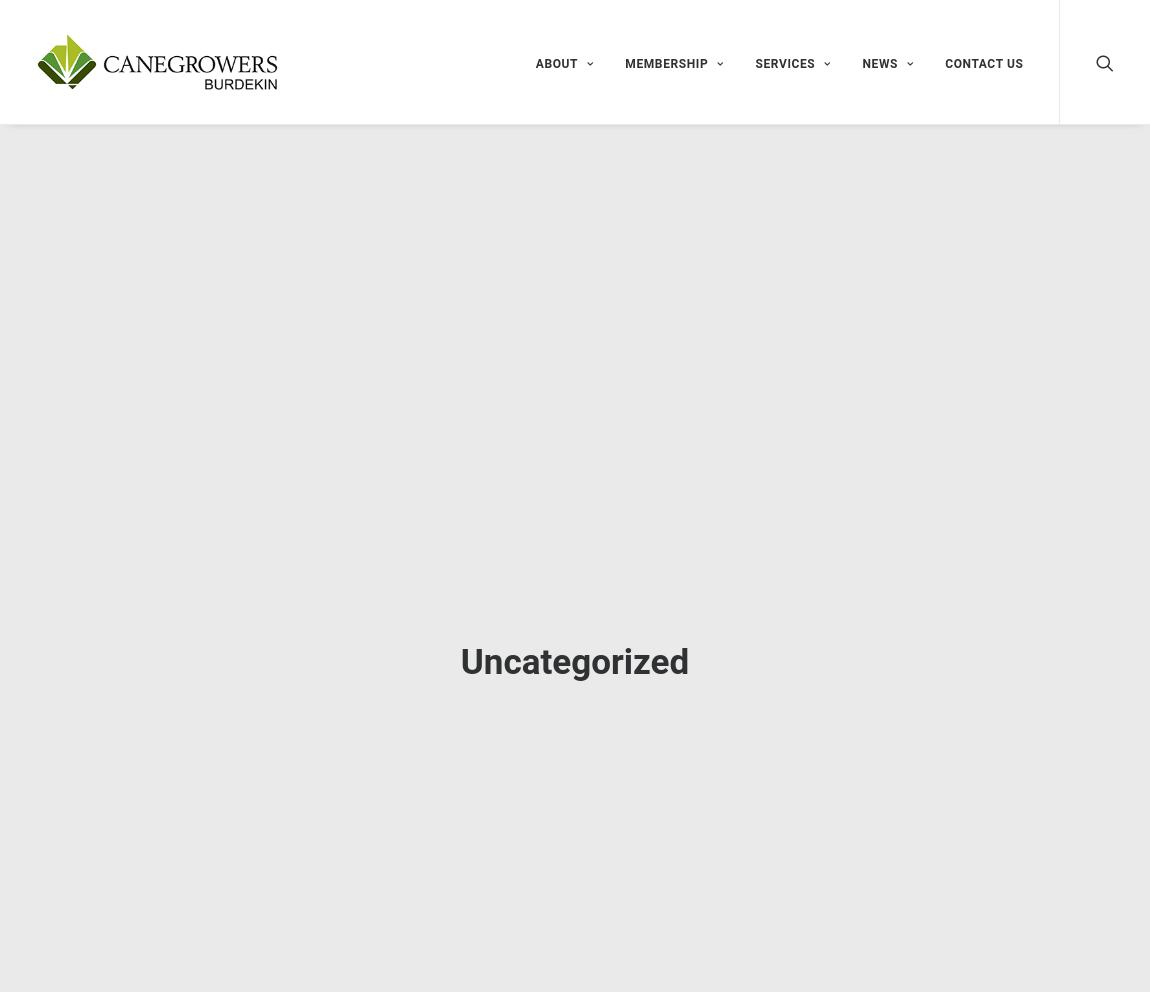  What do you see at coordinates (882, 565) in the screenshot?
I see `'Mill Update – 17th June 2021'` at bounding box center [882, 565].